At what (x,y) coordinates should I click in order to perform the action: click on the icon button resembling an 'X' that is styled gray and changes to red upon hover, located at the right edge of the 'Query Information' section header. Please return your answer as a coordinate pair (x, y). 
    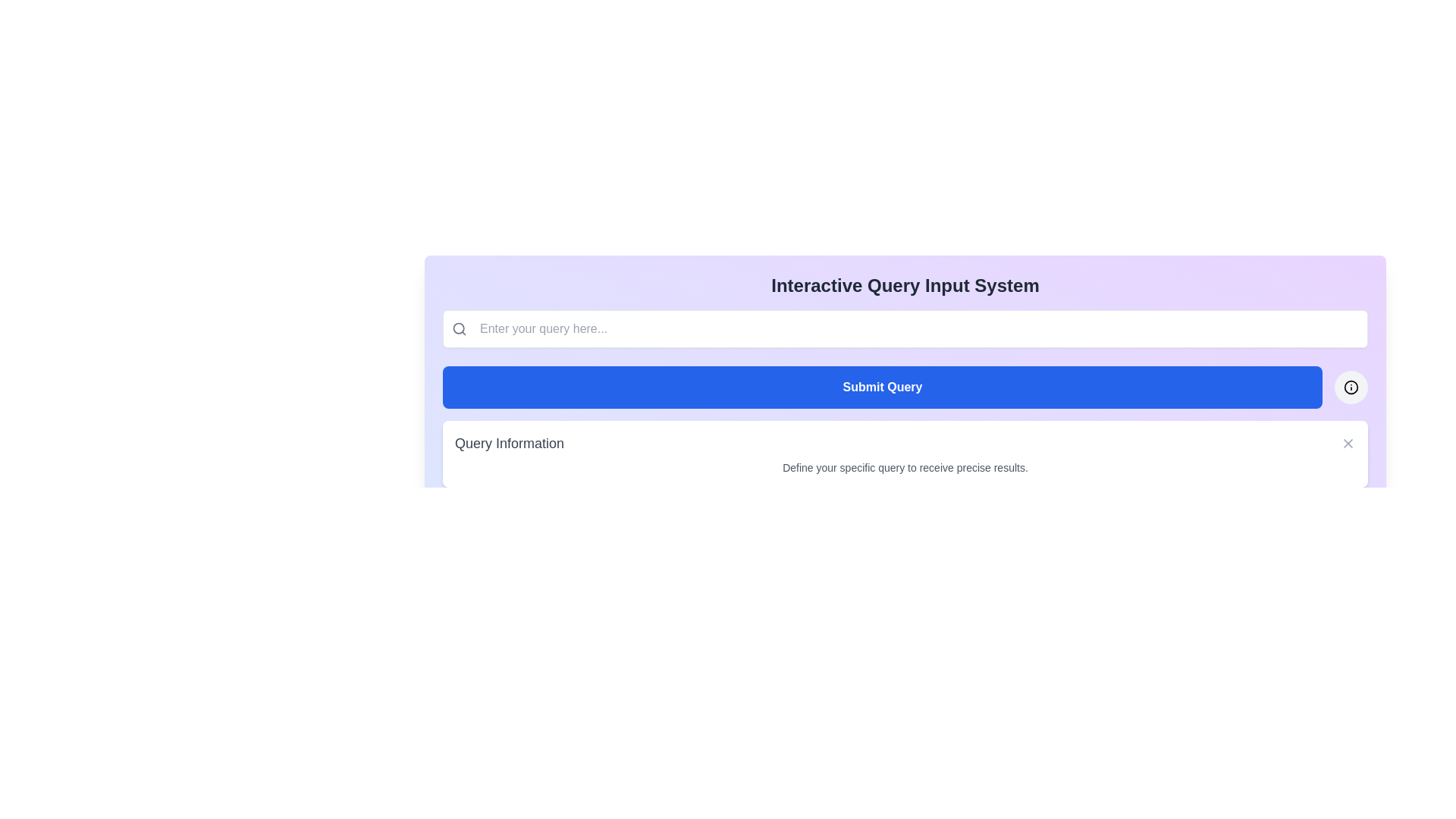
    Looking at the image, I should click on (1348, 444).